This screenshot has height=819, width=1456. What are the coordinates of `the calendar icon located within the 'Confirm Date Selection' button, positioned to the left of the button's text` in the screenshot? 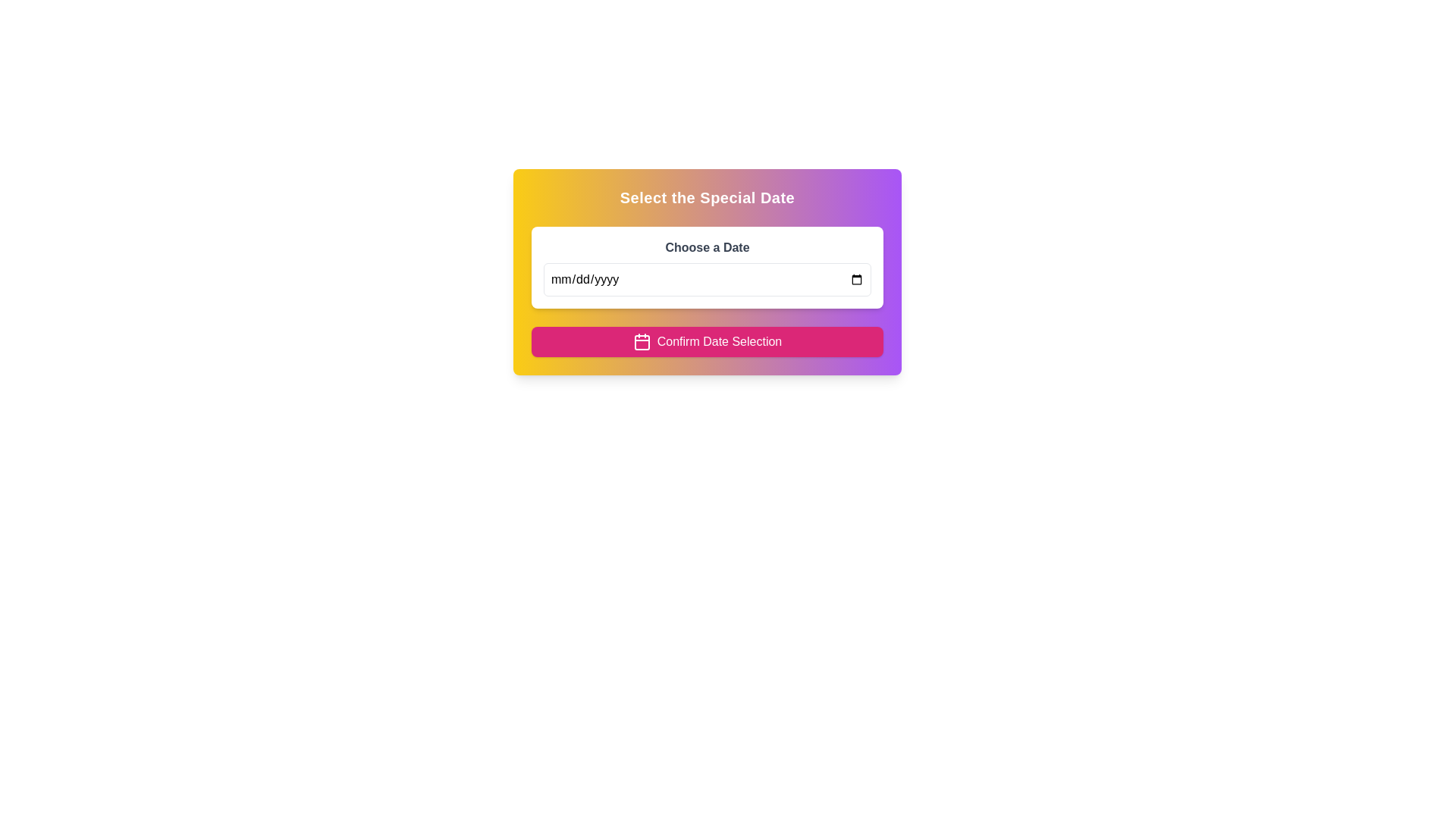 It's located at (642, 342).